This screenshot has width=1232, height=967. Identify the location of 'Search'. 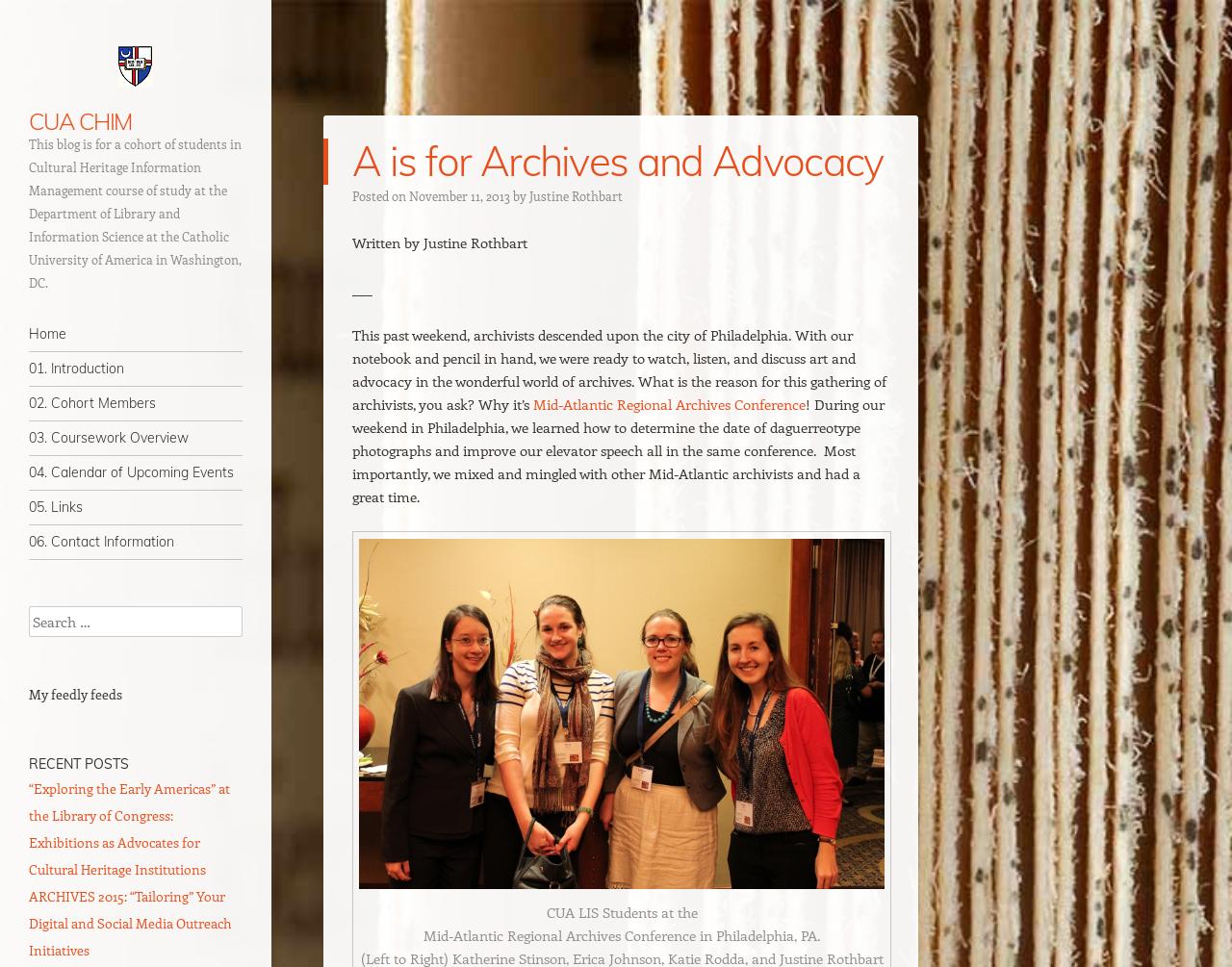
(49, 616).